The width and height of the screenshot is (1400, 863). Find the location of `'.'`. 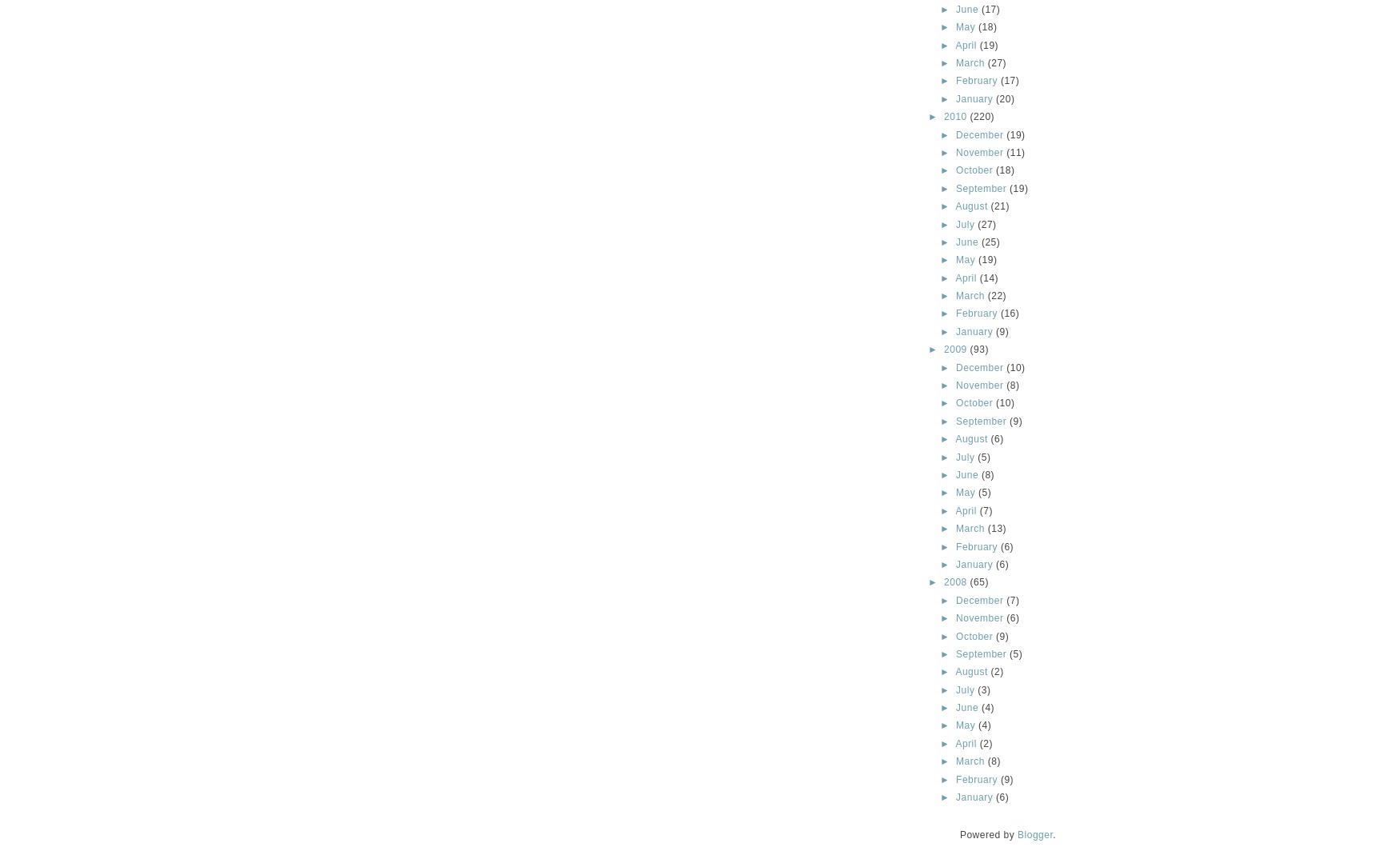

'.' is located at coordinates (1054, 834).